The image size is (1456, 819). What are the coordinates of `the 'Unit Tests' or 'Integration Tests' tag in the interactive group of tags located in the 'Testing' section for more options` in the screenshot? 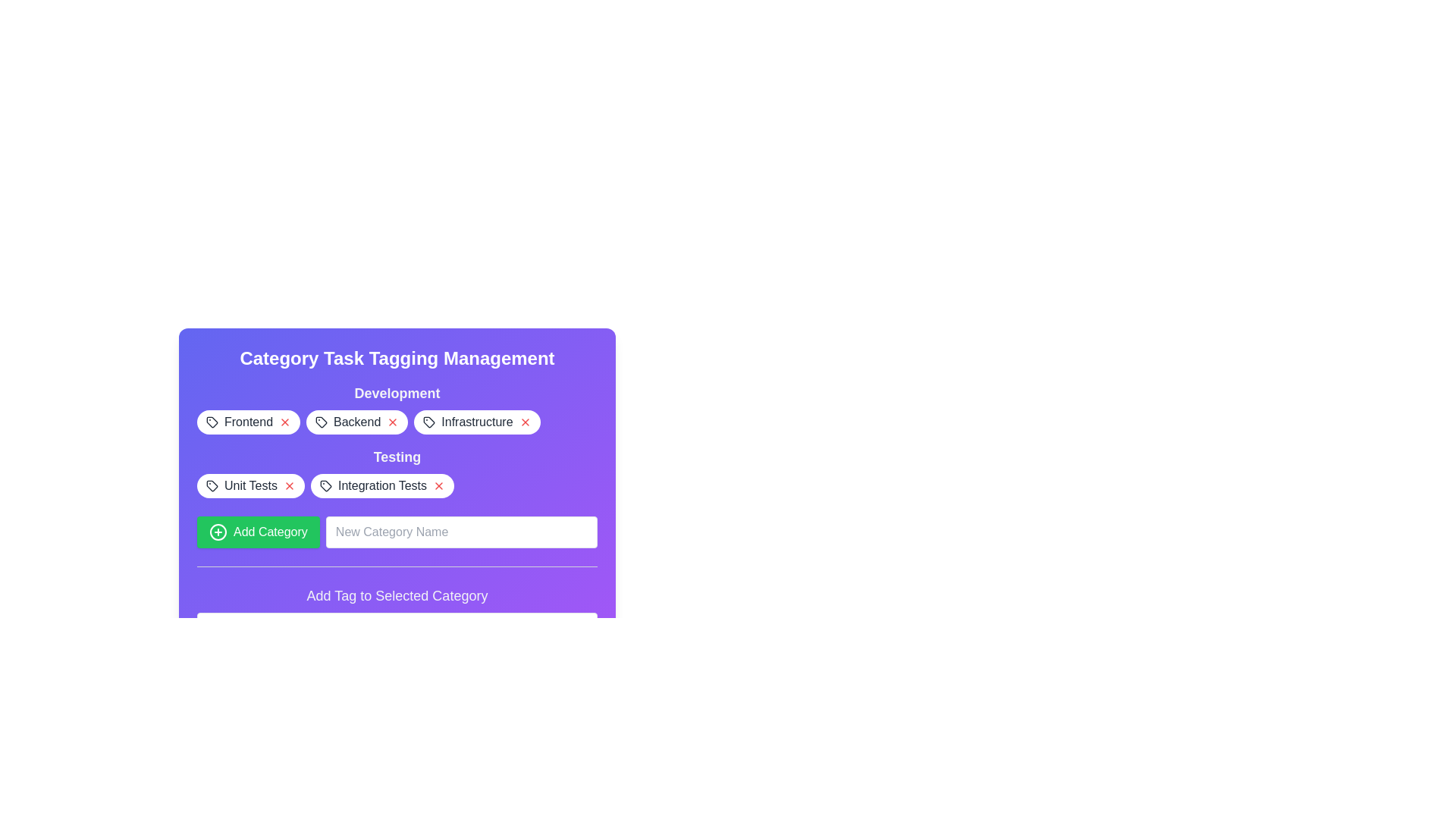 It's located at (397, 485).